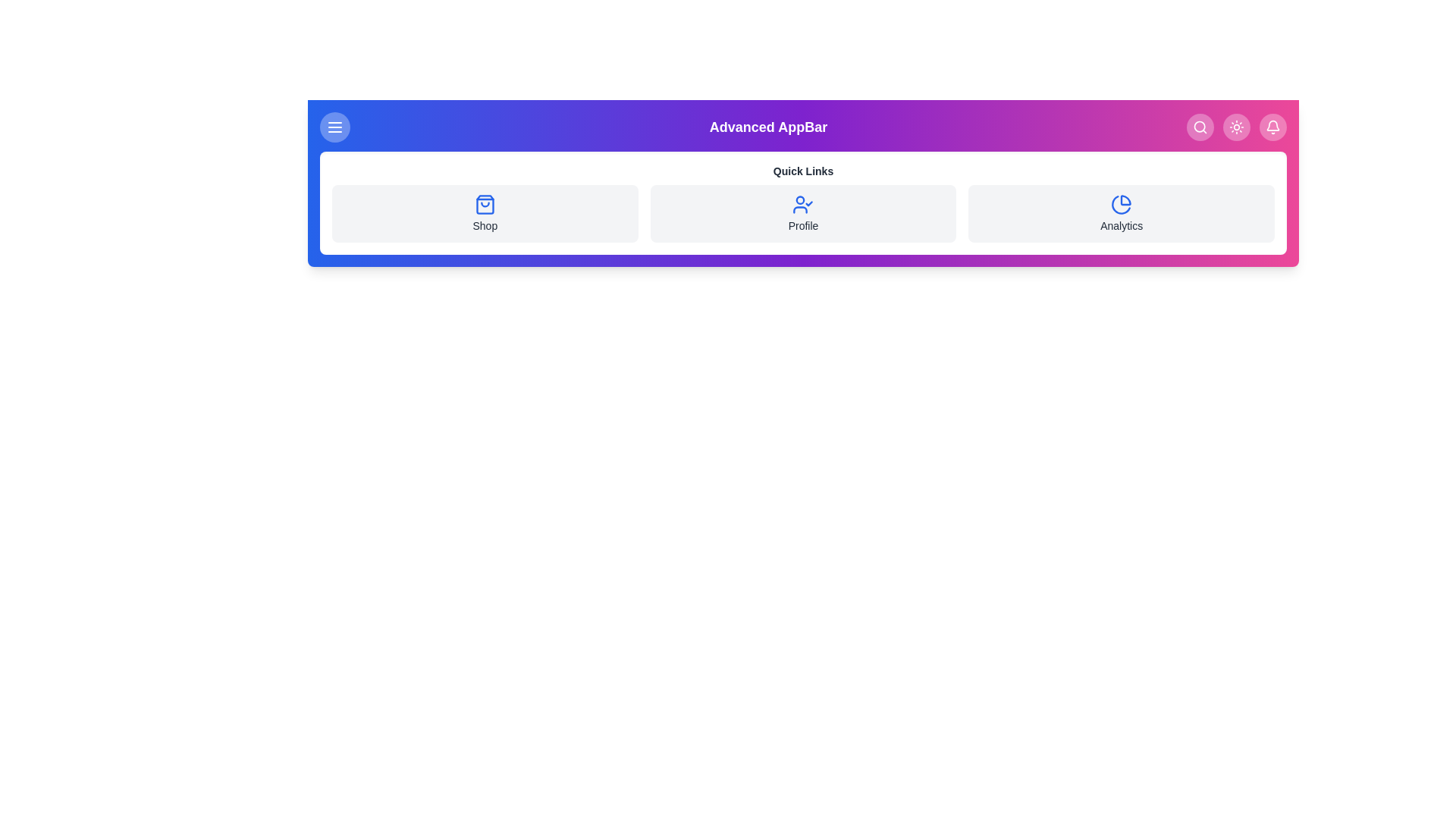  I want to click on the quick link labeled Profile, so click(802, 213).